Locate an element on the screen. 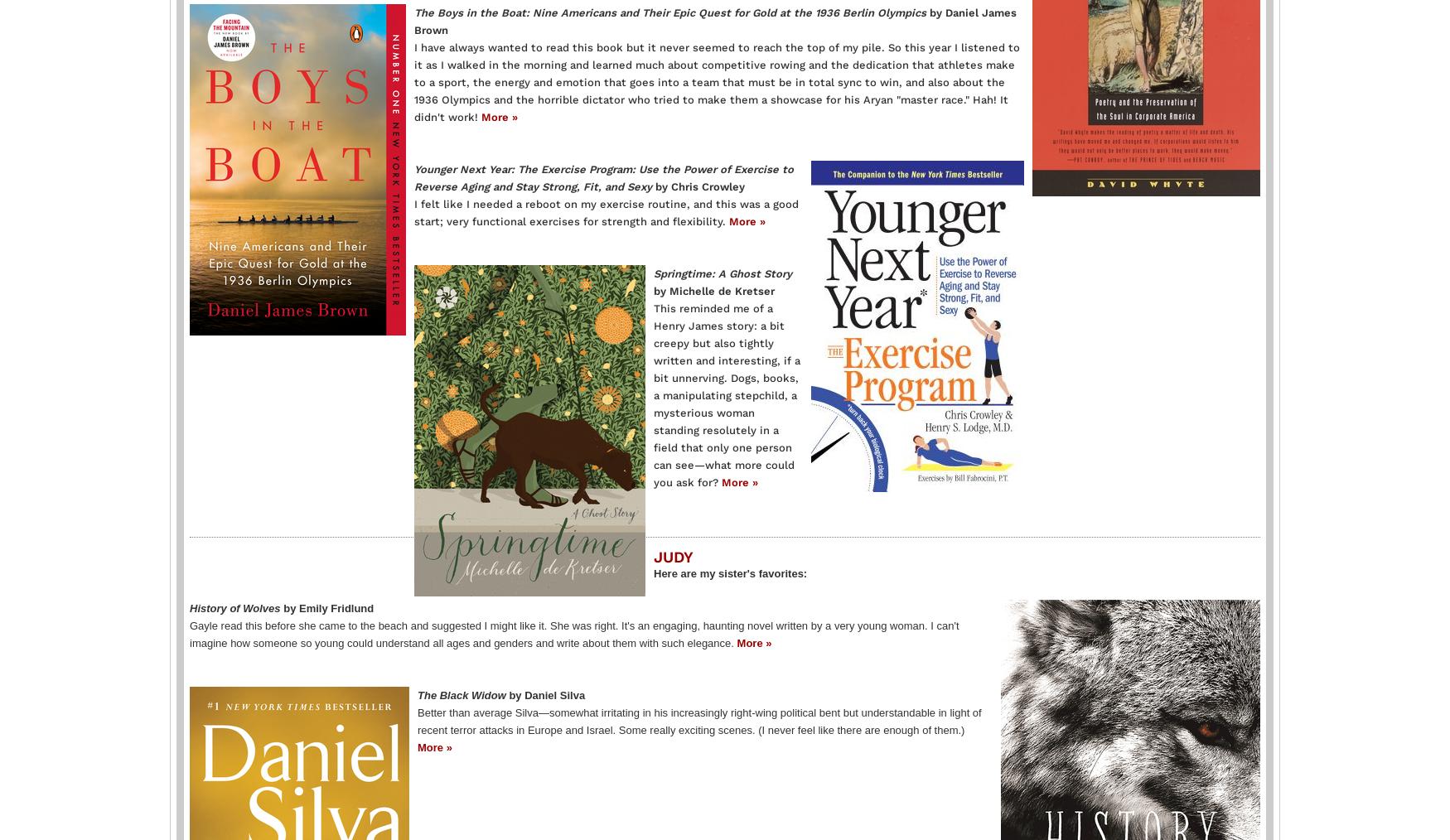  'The Black Widow' is located at coordinates (416, 694).